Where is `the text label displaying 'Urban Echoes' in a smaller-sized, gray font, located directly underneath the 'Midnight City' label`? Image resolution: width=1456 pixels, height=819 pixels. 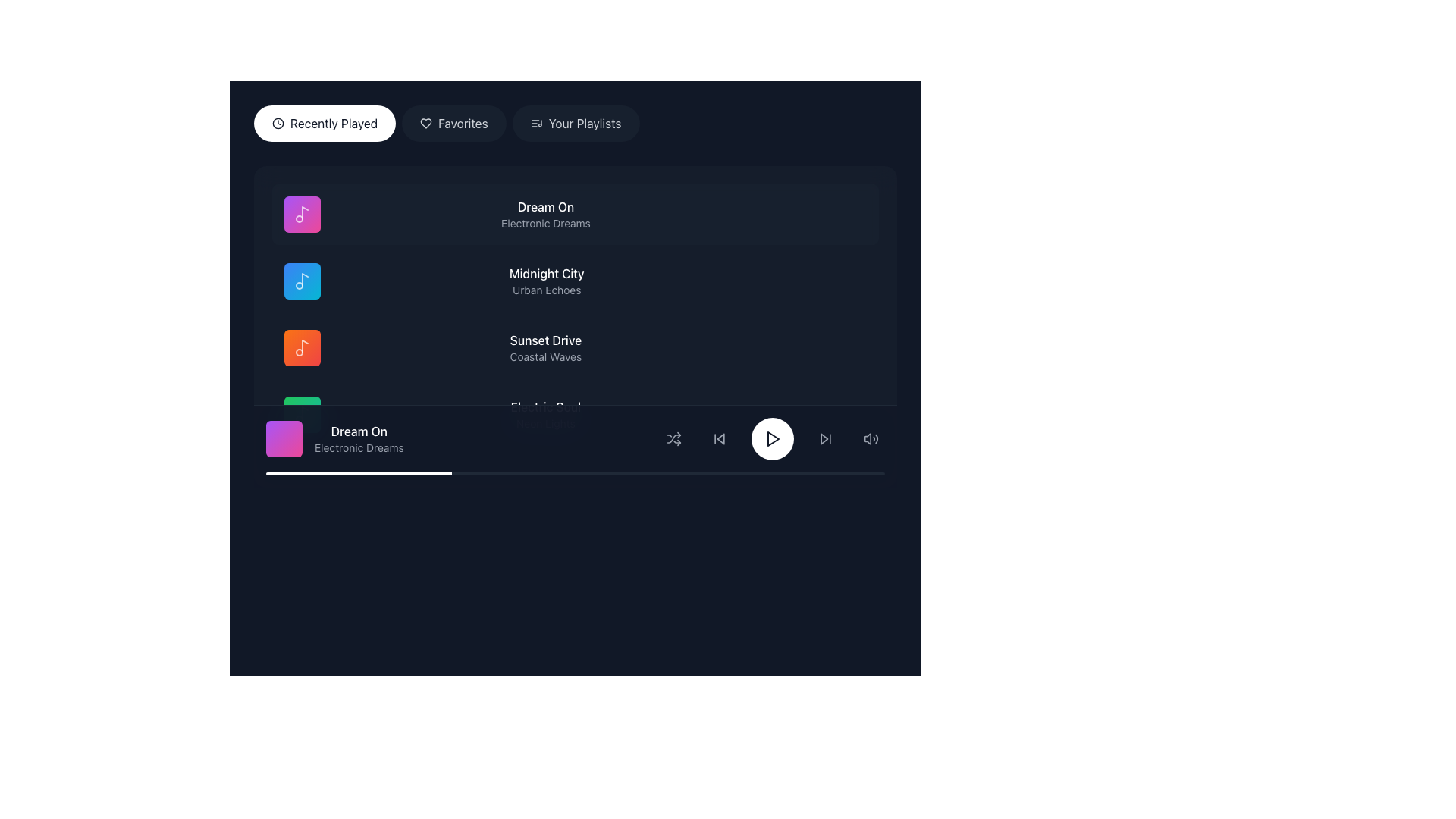 the text label displaying 'Urban Echoes' in a smaller-sized, gray font, located directly underneath the 'Midnight City' label is located at coordinates (546, 290).